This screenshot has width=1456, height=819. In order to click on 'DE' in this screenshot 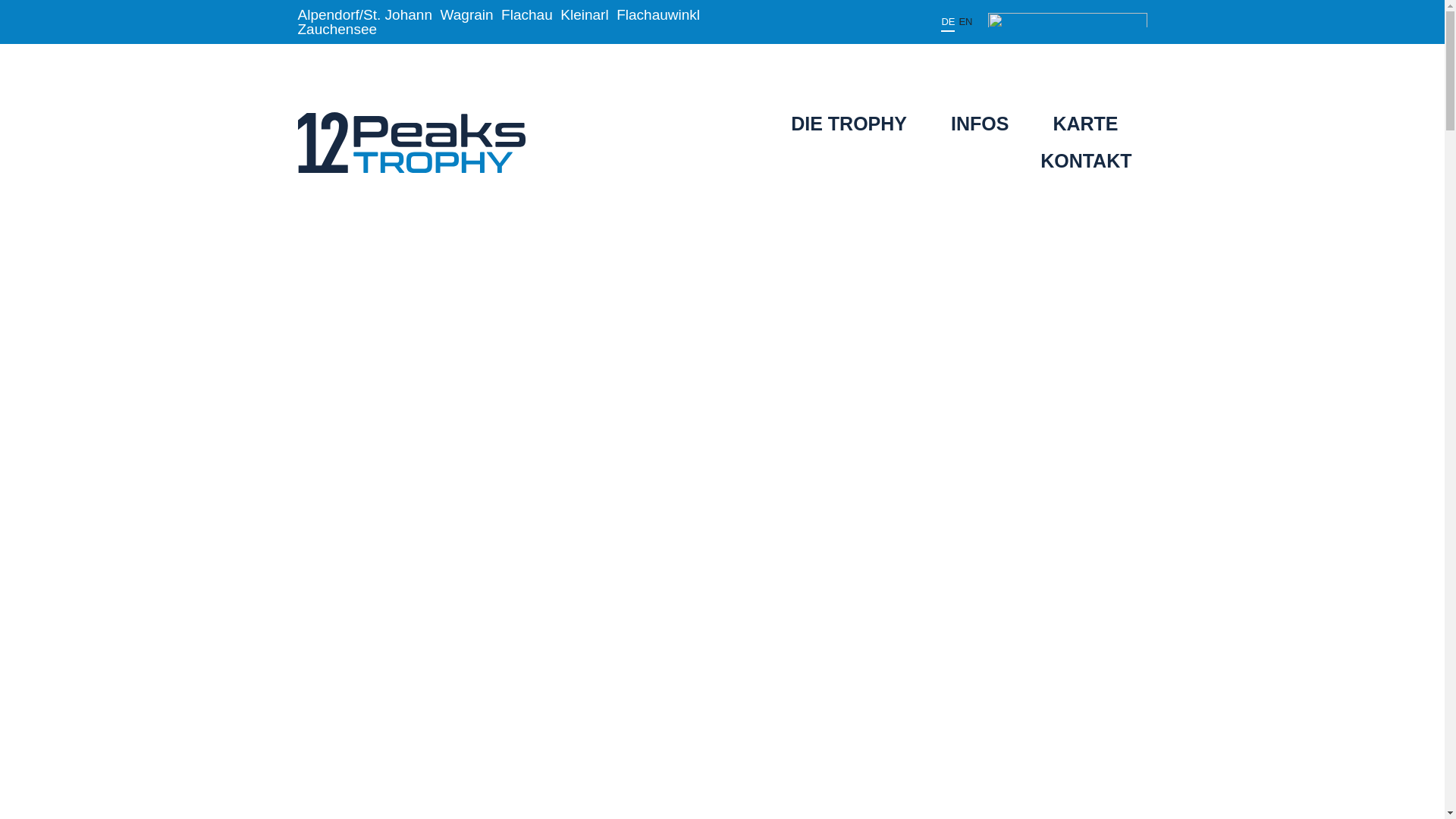, I will do `click(946, 21)`.